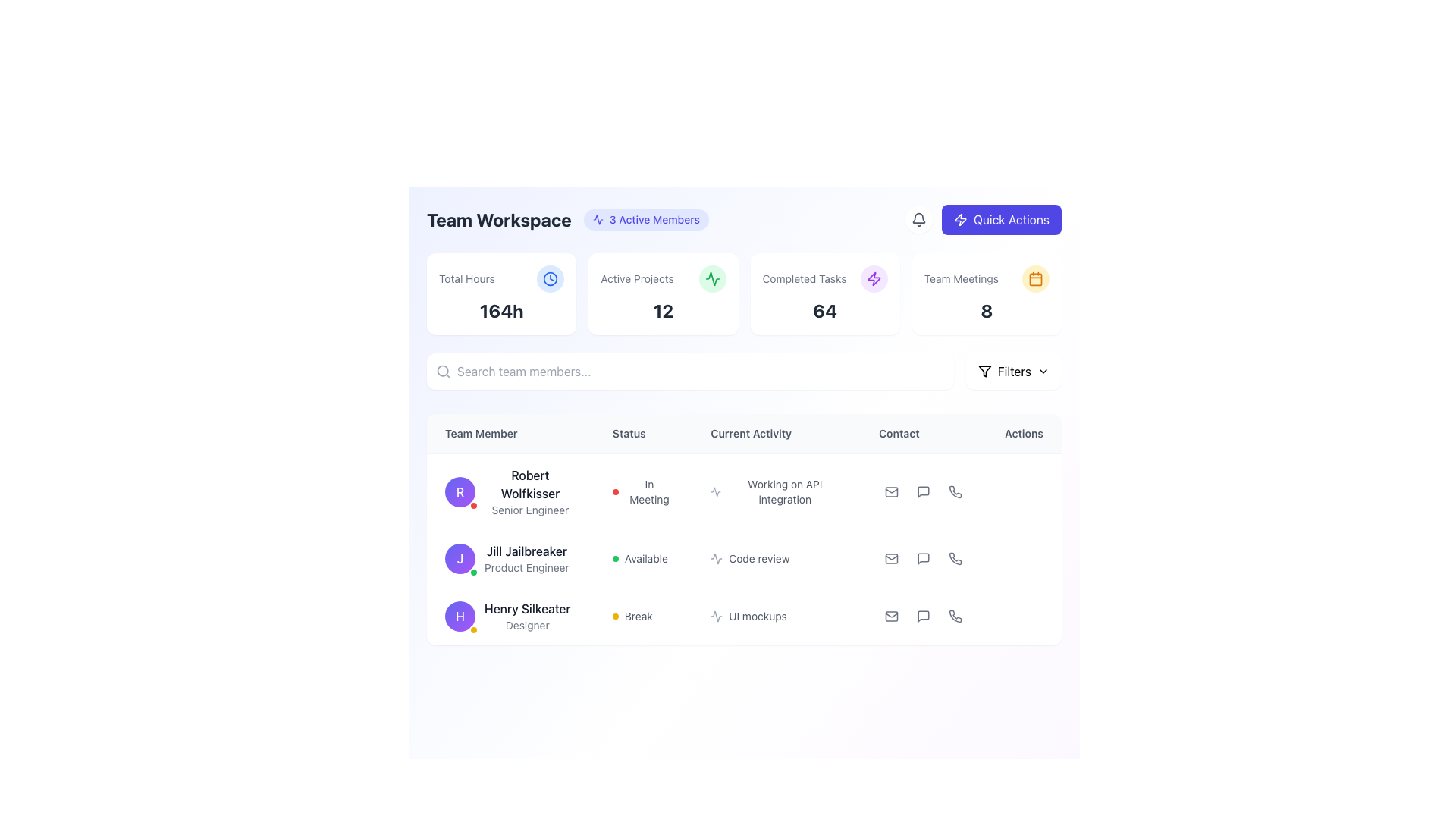  I want to click on the Text Label that displays the name and role of a team member, located beneath the avatar icon on the left side of the third row in the 'Team Member' column, so click(527, 617).